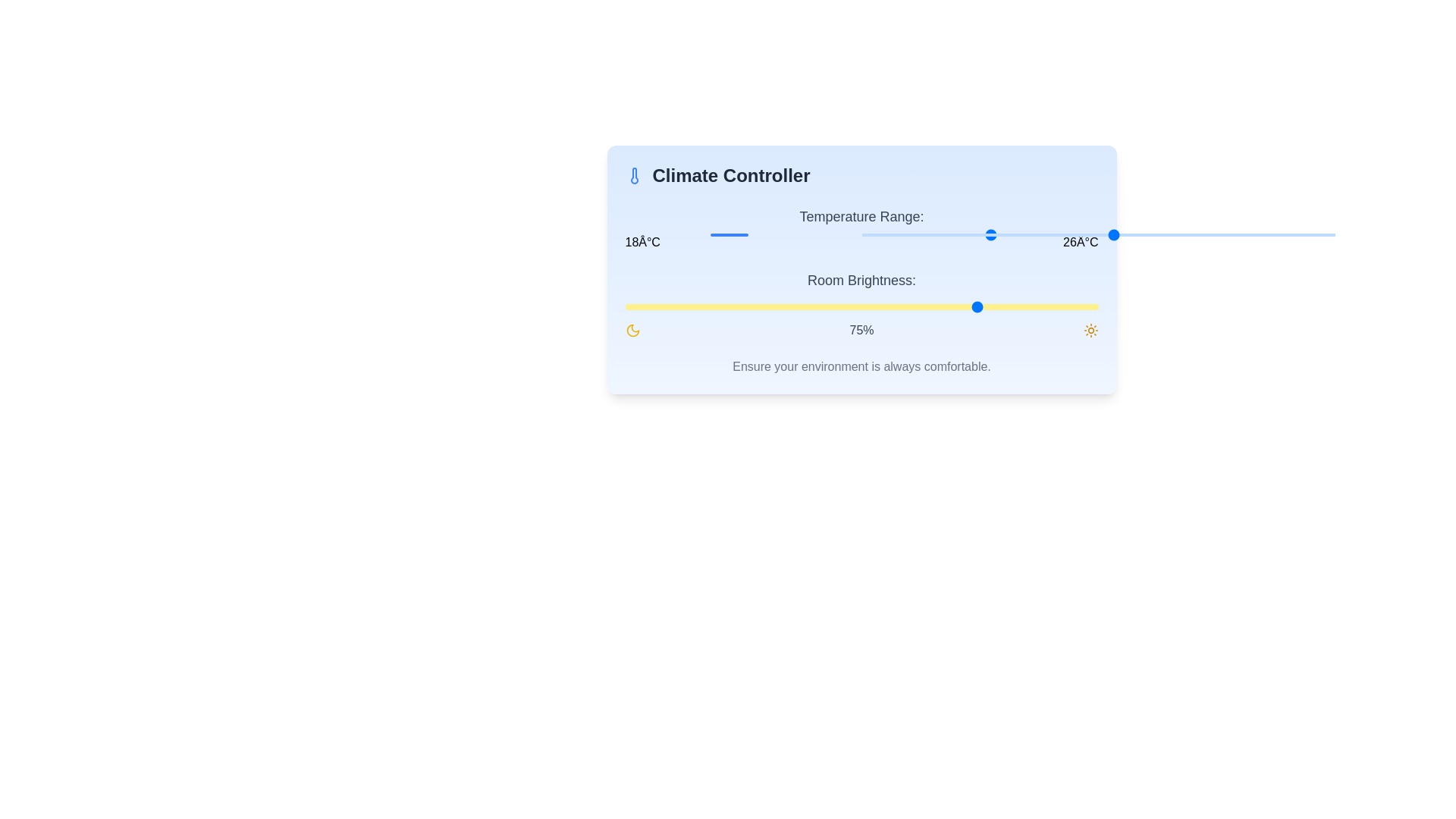  I want to click on the blue thermometer icon located at the top left of the 'Climate Controller' section, which represents the section visually, so click(634, 174).